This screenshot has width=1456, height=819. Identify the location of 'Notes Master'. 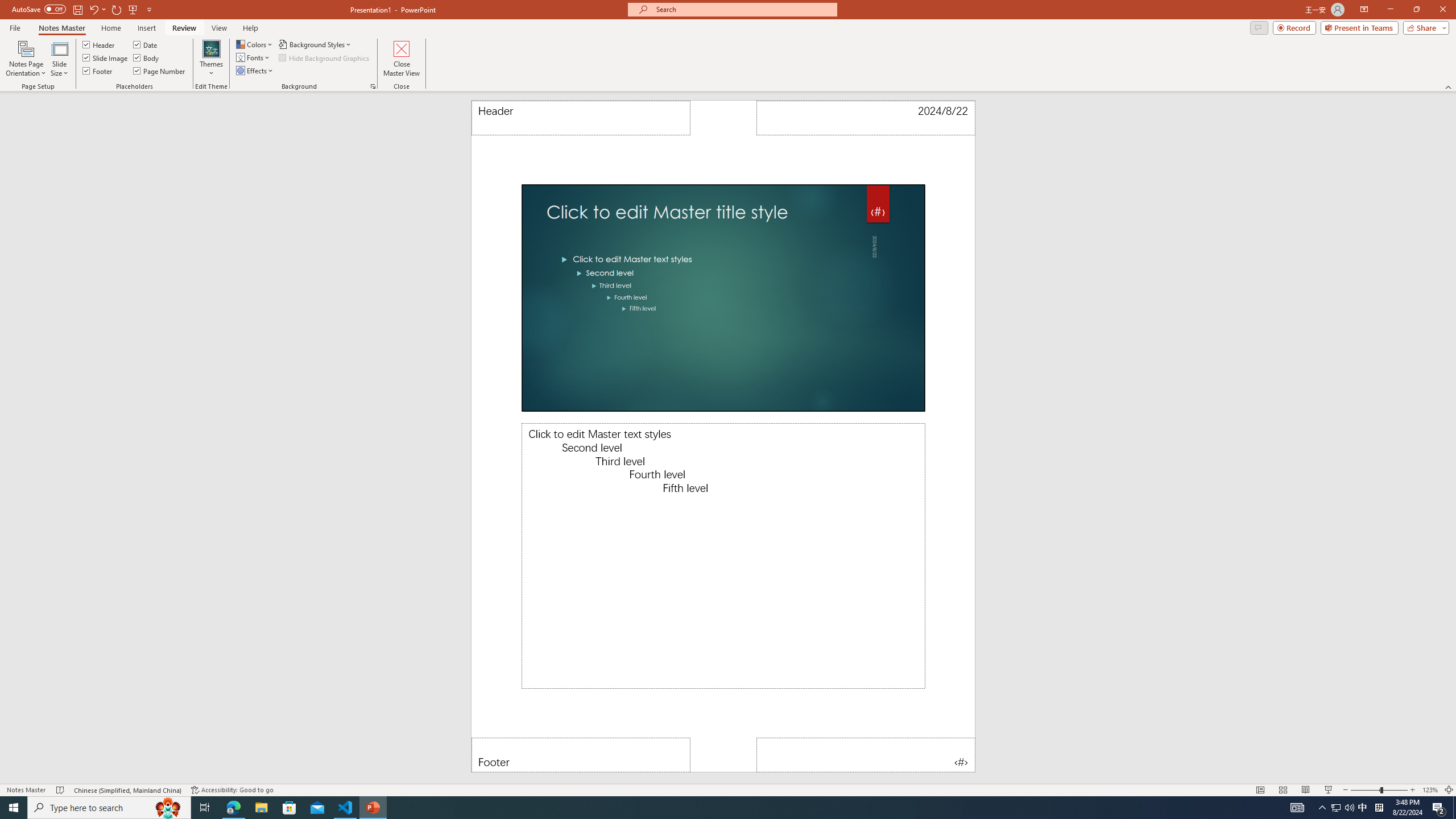
(61, 28).